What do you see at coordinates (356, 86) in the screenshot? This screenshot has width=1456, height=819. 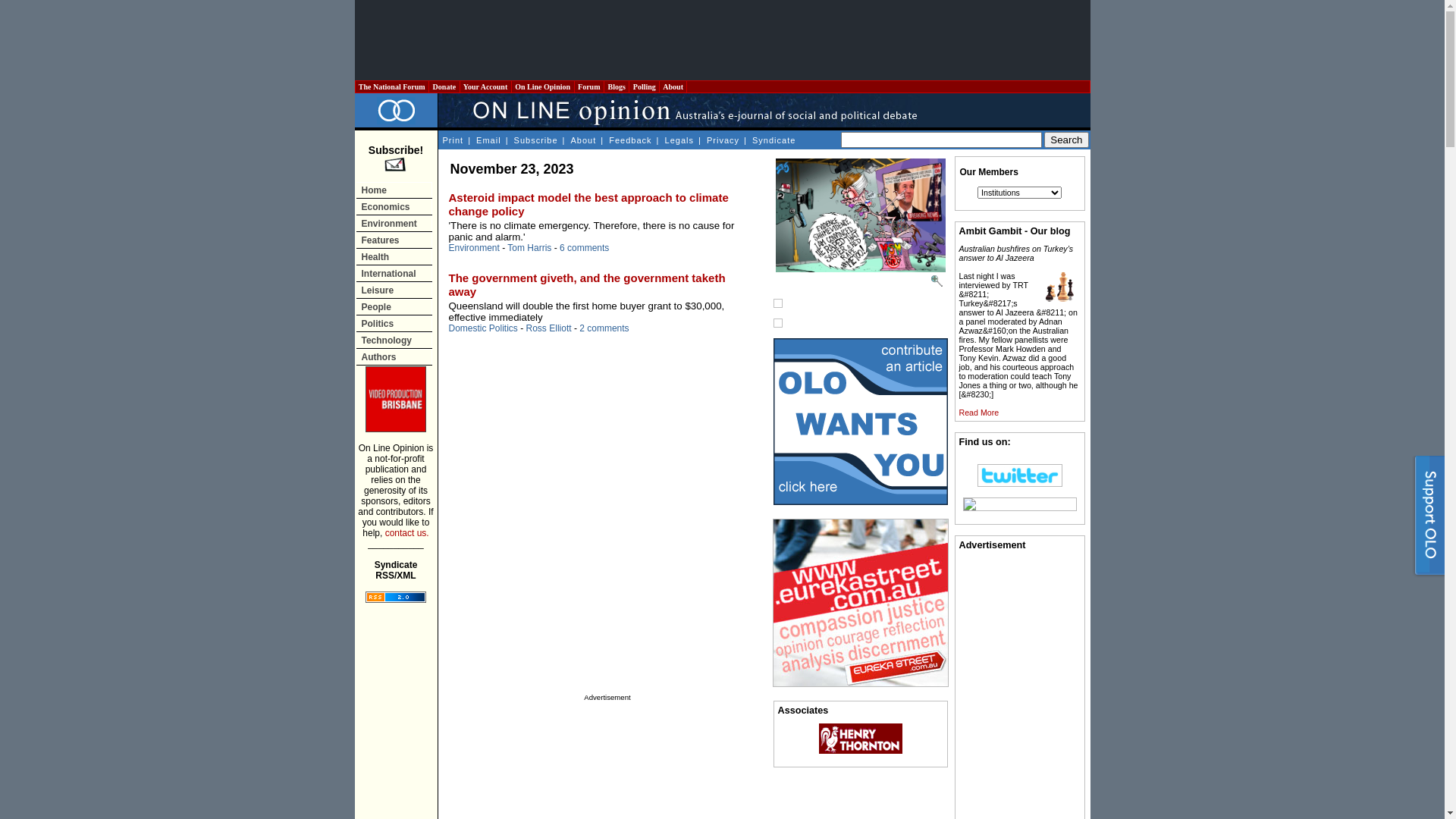 I see `' The National Forum '` at bounding box center [356, 86].